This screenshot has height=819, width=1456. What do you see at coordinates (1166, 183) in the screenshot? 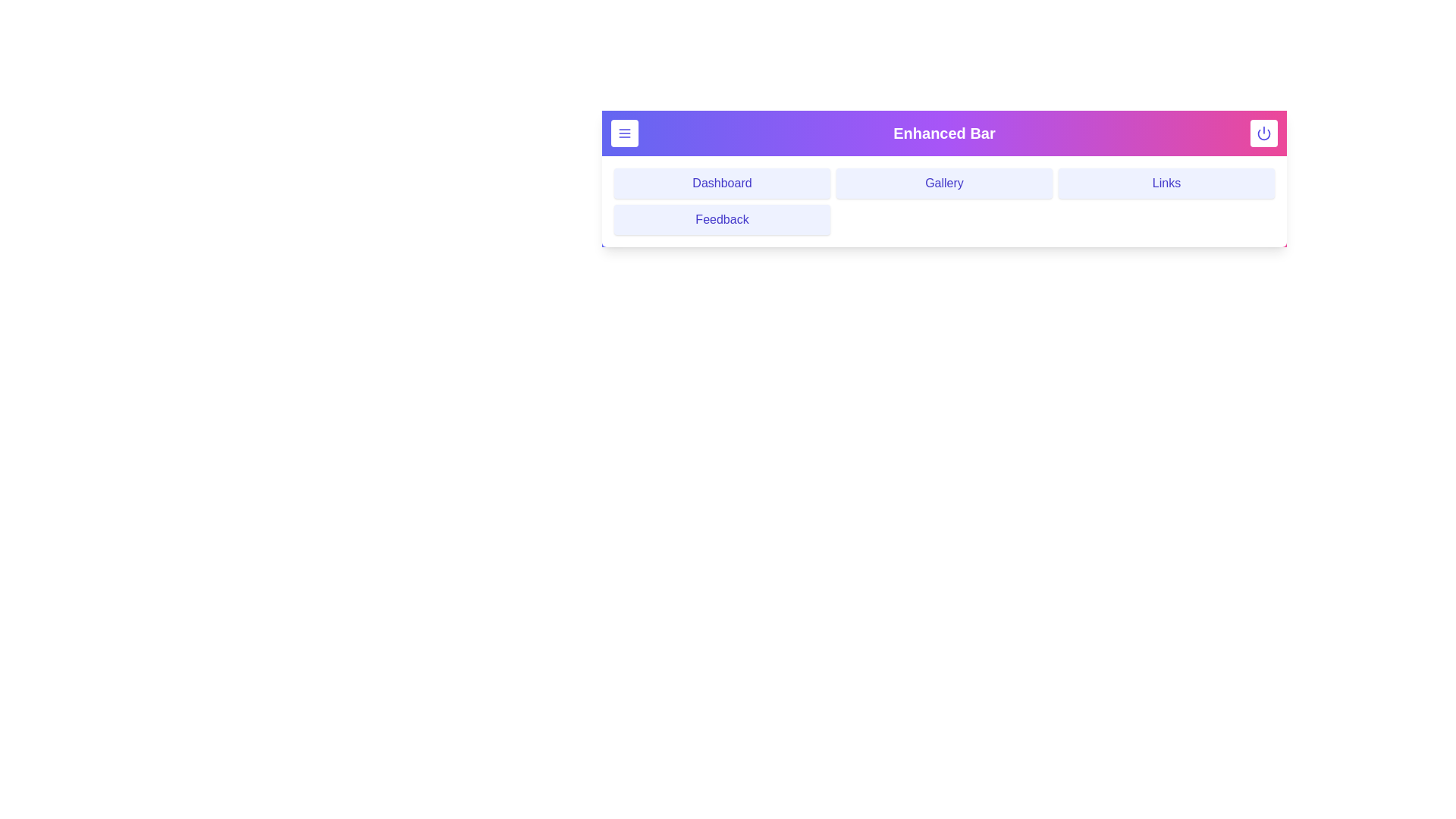
I see `the menu button labeled Links` at bounding box center [1166, 183].